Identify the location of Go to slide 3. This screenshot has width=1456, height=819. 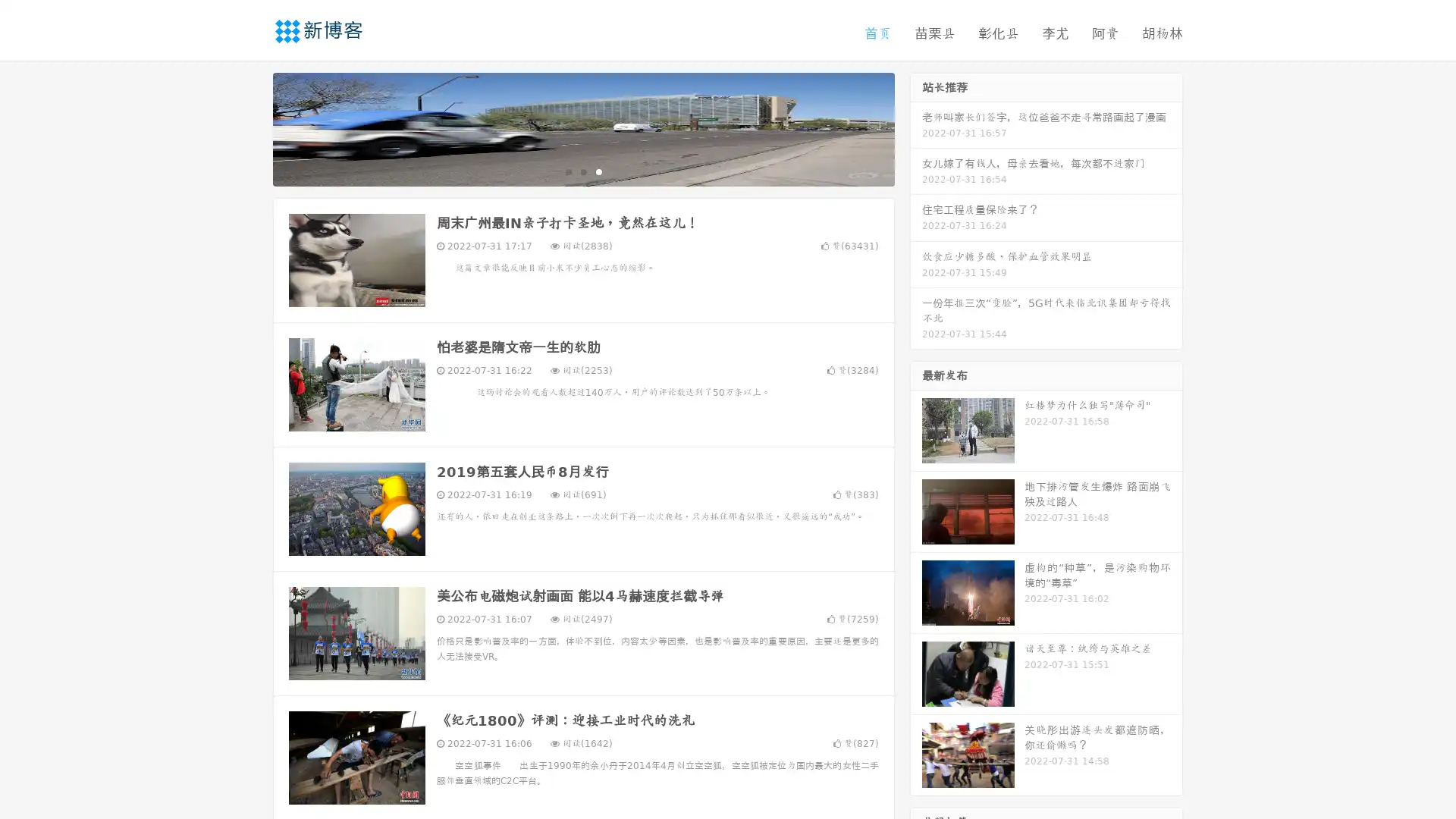
(598, 171).